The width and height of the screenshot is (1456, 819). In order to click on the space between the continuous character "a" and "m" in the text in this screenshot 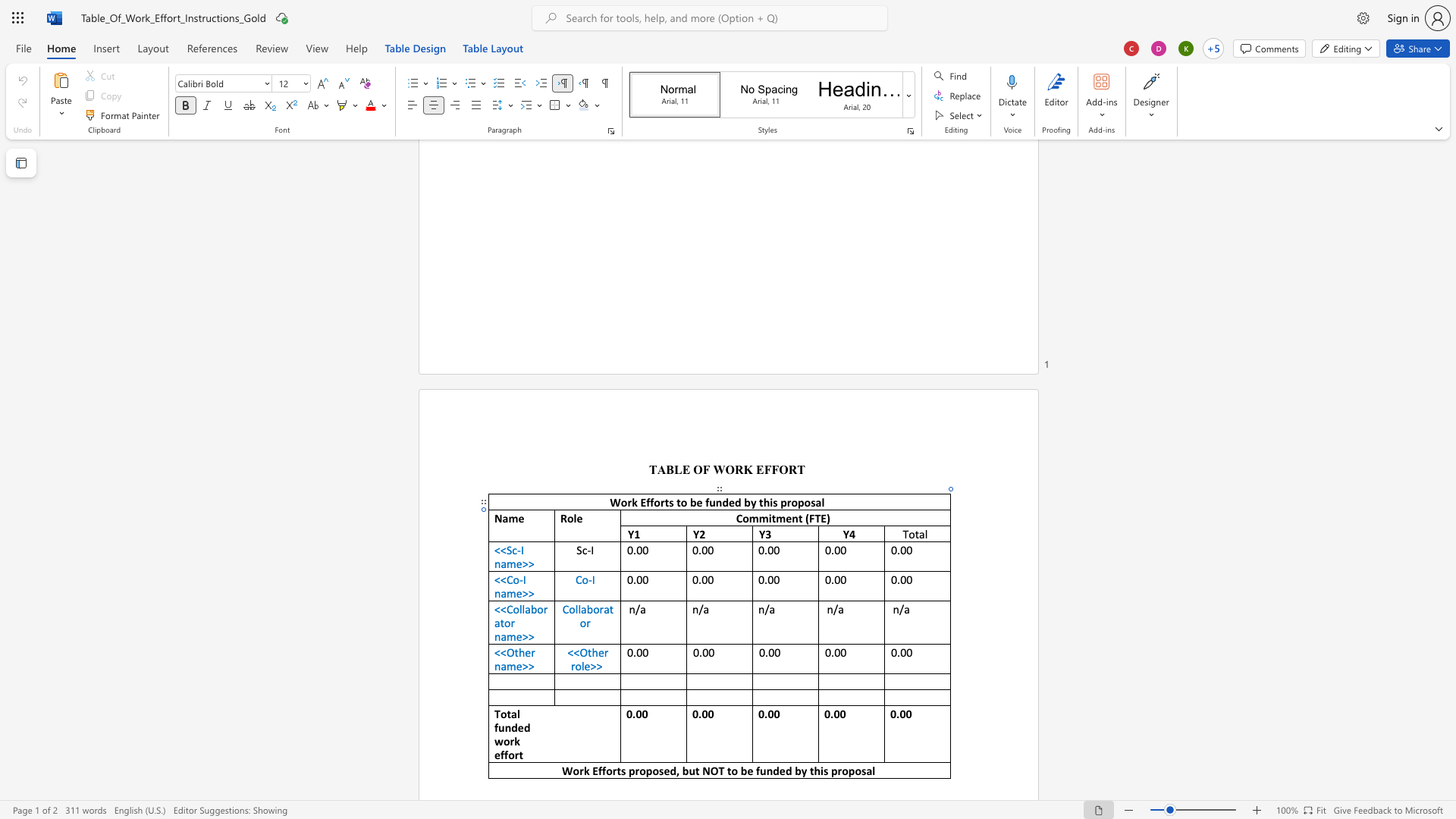, I will do `click(507, 563)`.